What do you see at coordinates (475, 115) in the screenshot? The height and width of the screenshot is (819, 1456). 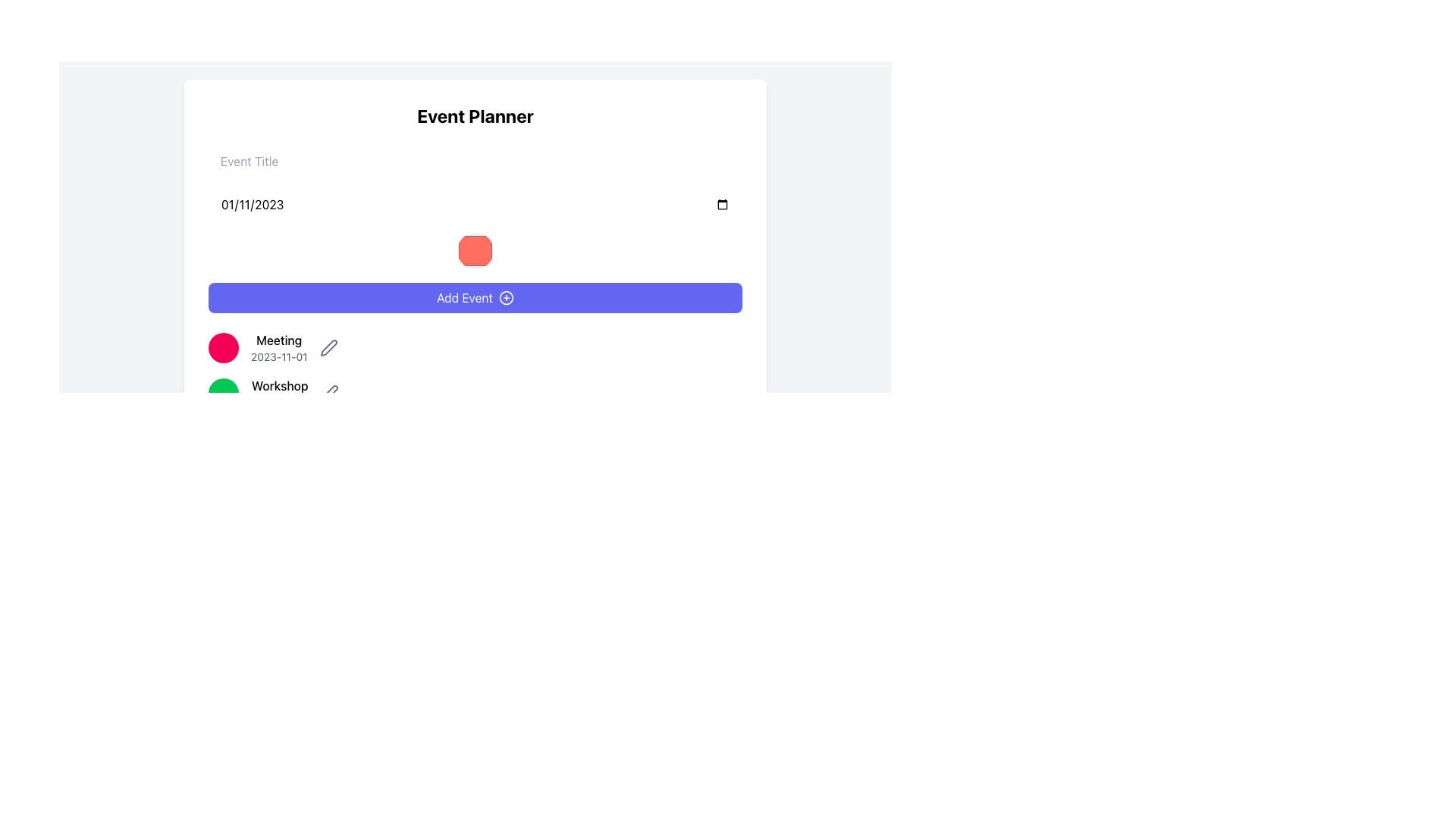 I see `the bold text label reading 'Event Planner' that is centrally aligned near the top of the content area` at bounding box center [475, 115].